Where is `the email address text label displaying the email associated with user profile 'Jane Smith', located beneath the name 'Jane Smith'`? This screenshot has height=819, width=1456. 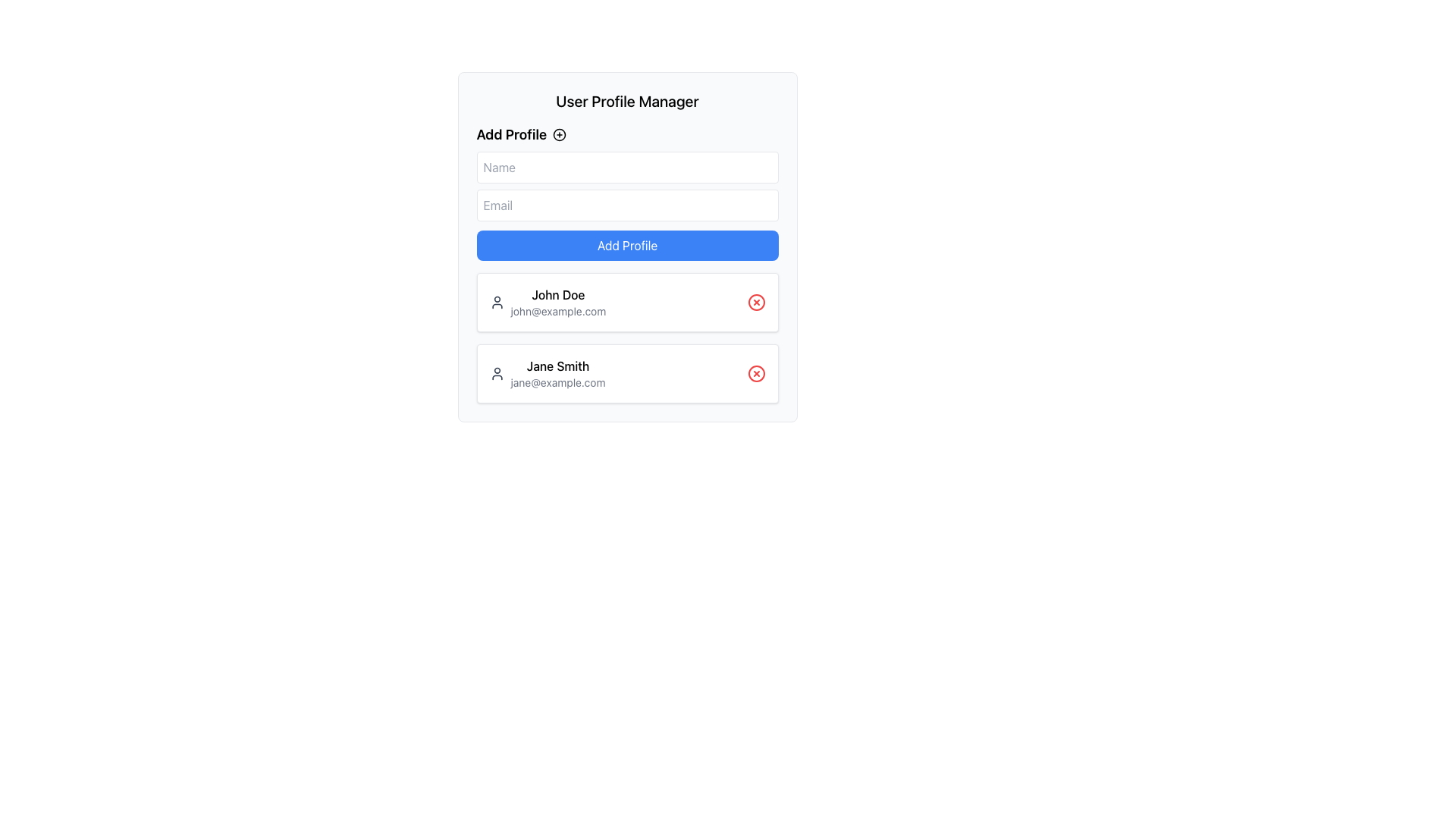
the email address text label displaying the email associated with user profile 'Jane Smith', located beneath the name 'Jane Smith' is located at coordinates (557, 382).